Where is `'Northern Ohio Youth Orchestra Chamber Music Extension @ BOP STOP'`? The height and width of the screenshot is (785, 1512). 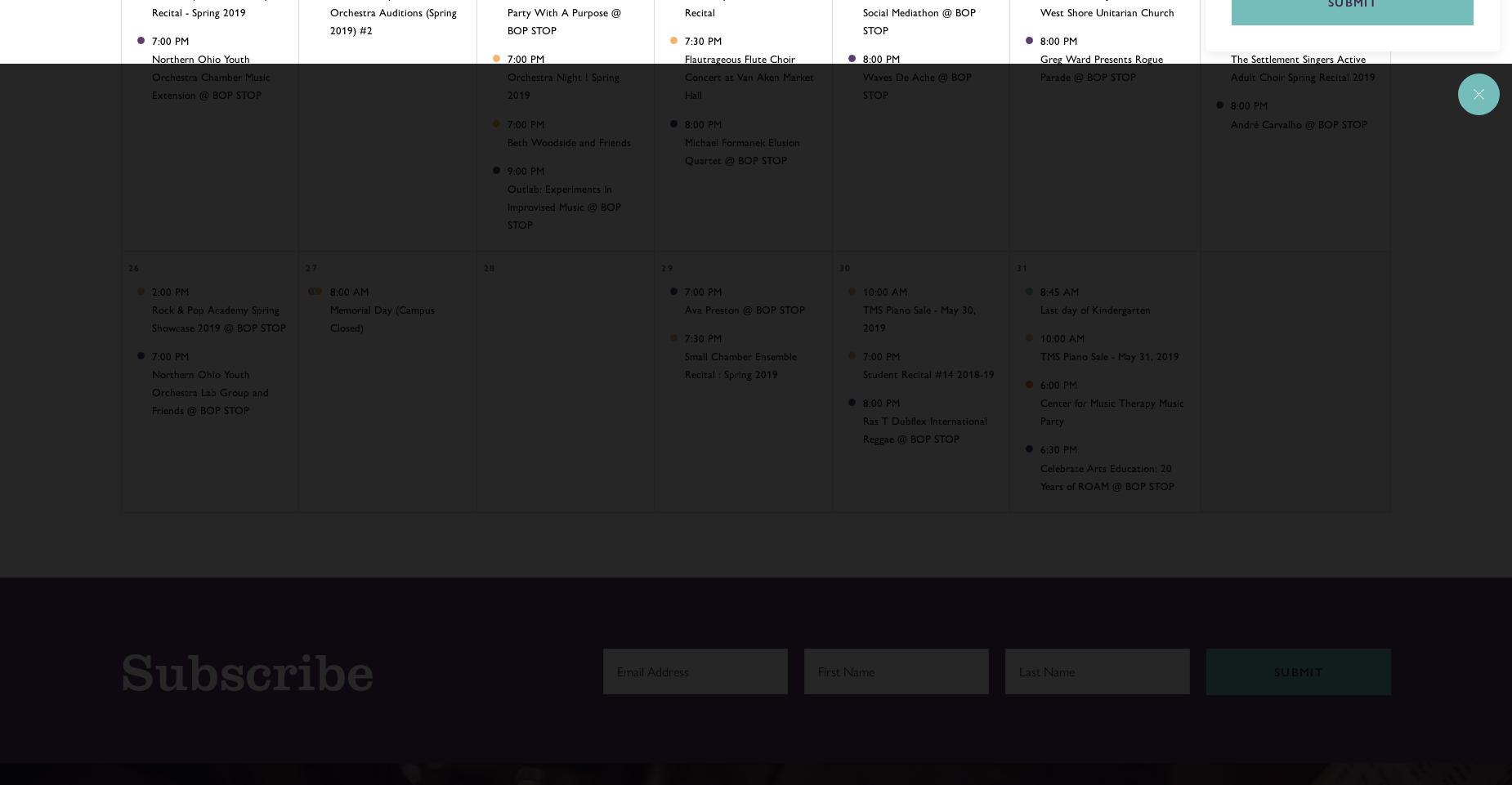 'Northern Ohio Youth Orchestra Chamber Music Extension @ BOP STOP' is located at coordinates (210, 76).